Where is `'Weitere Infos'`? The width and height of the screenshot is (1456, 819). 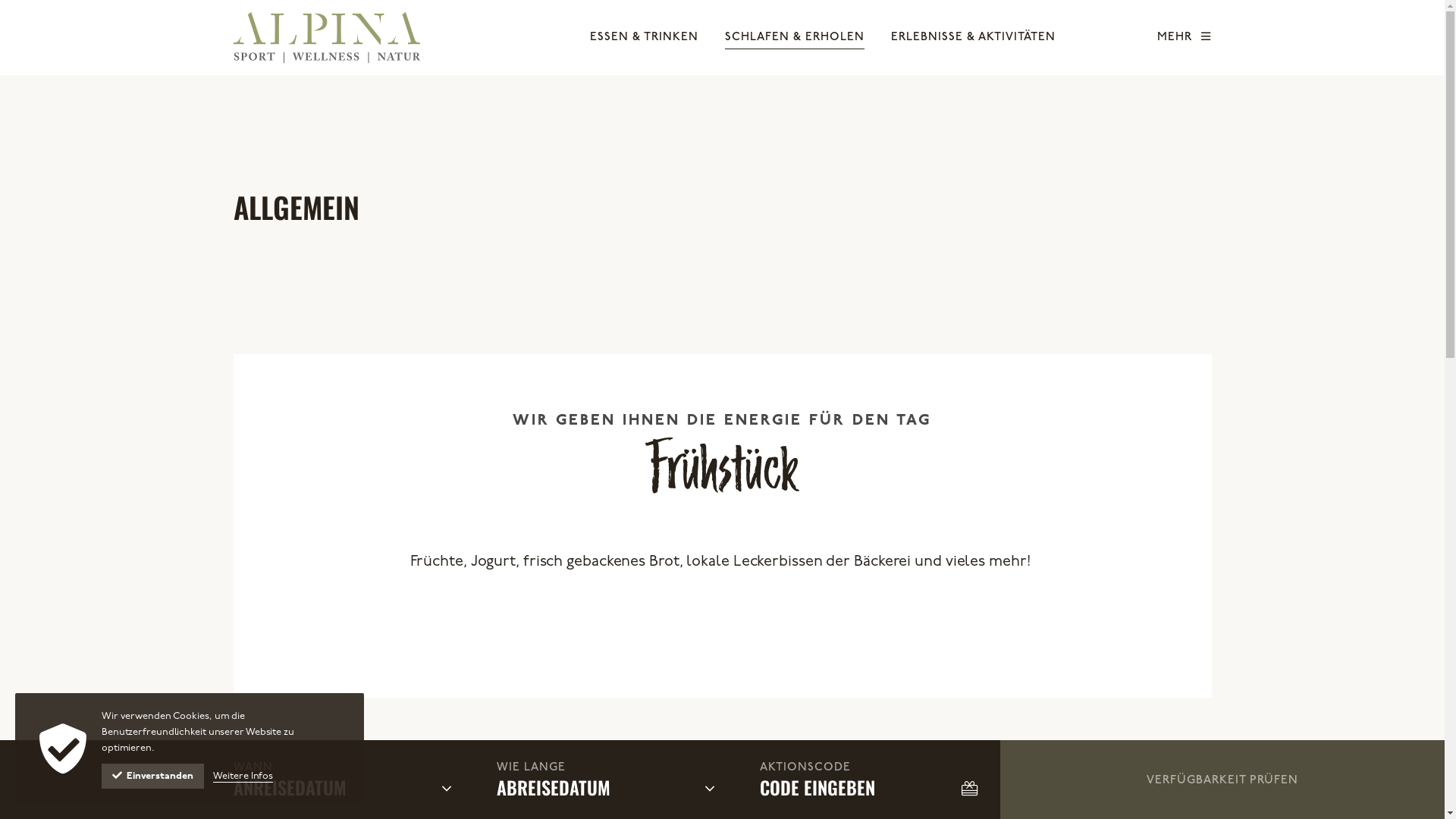 'Weitere Infos' is located at coordinates (236, 776).